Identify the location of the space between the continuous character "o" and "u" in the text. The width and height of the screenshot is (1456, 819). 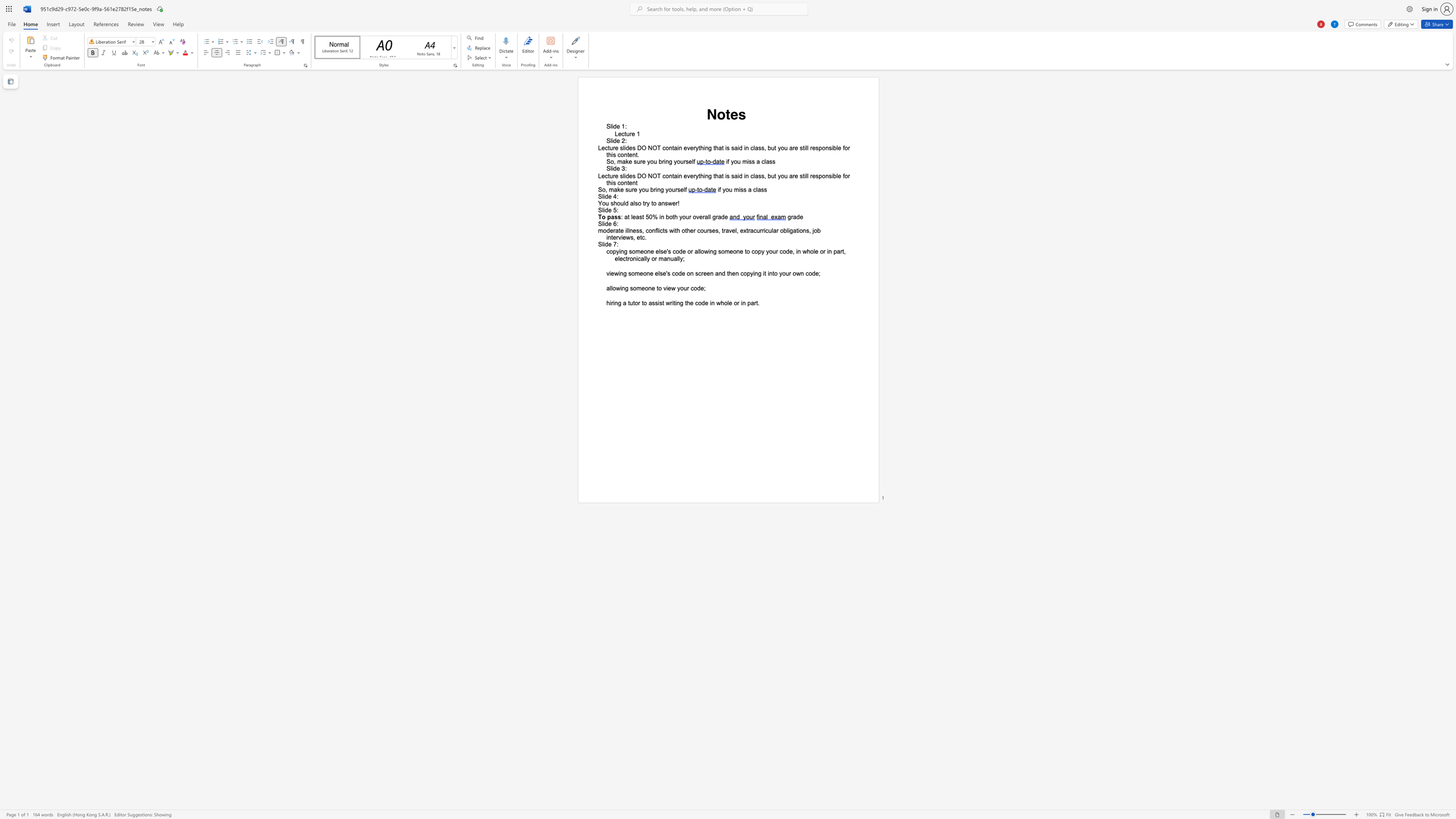
(737, 161).